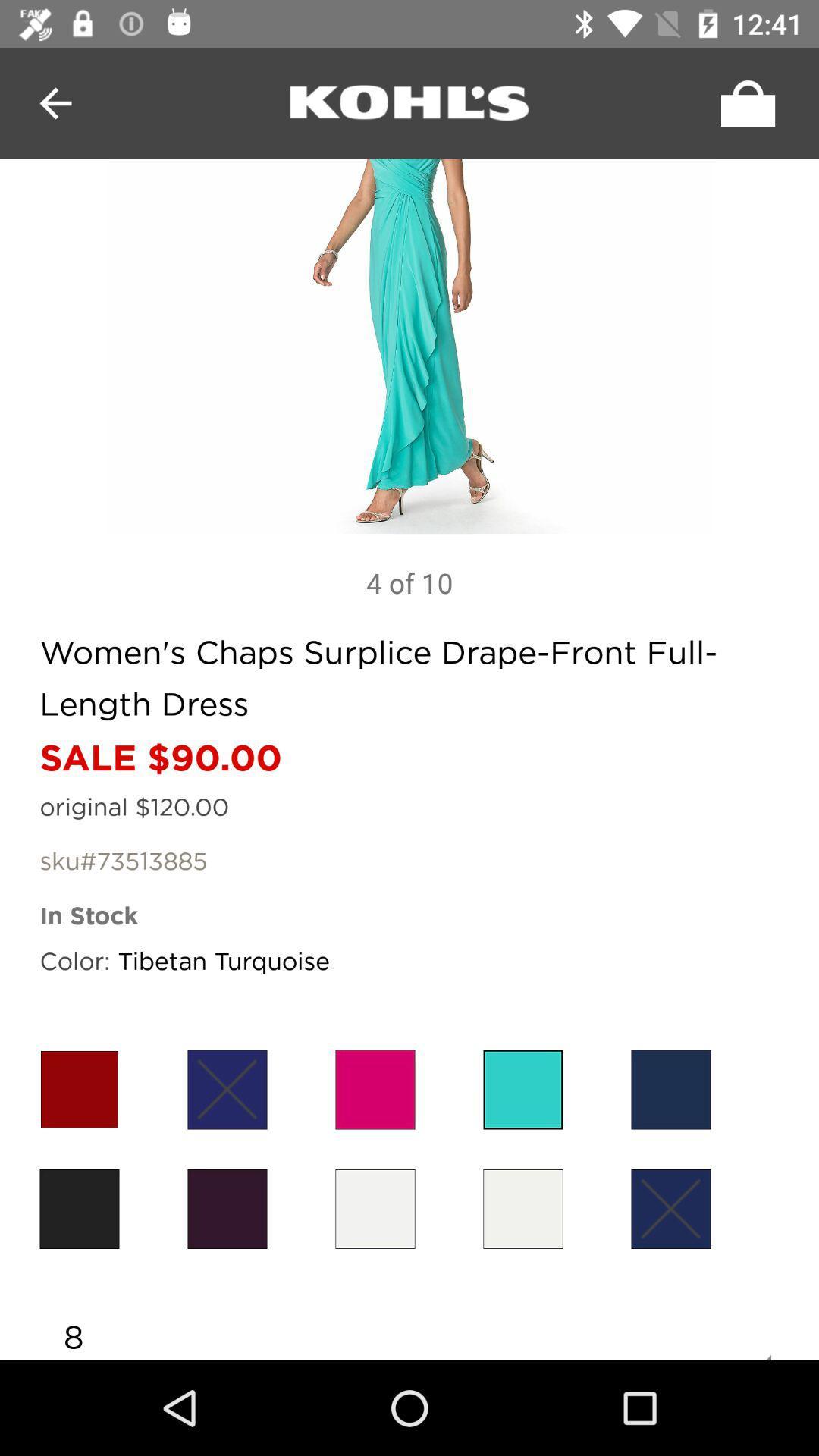 This screenshot has width=819, height=1456. I want to click on tibetan turquoise option, so click(522, 1088).